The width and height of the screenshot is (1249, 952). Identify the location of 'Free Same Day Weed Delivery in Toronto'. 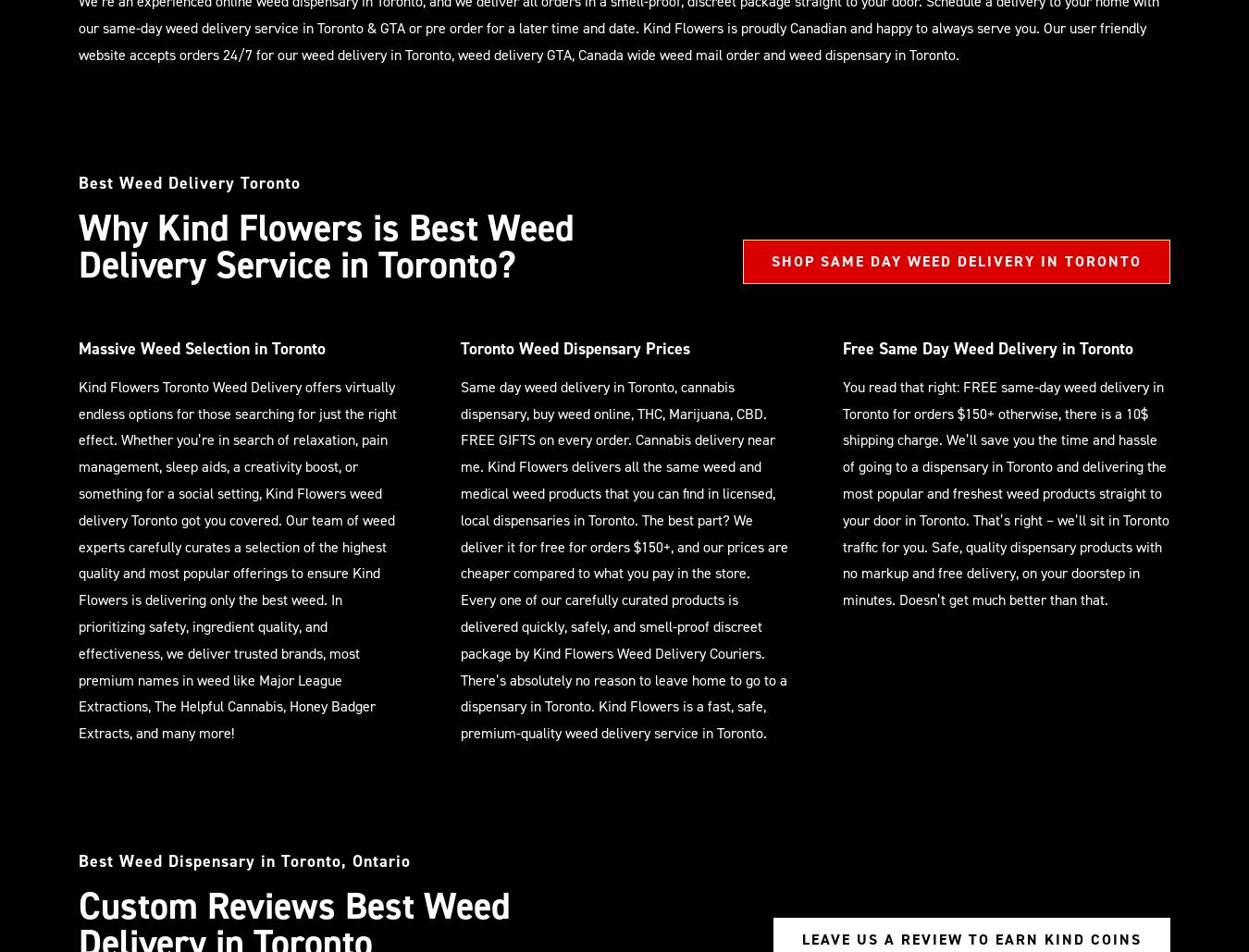
(987, 348).